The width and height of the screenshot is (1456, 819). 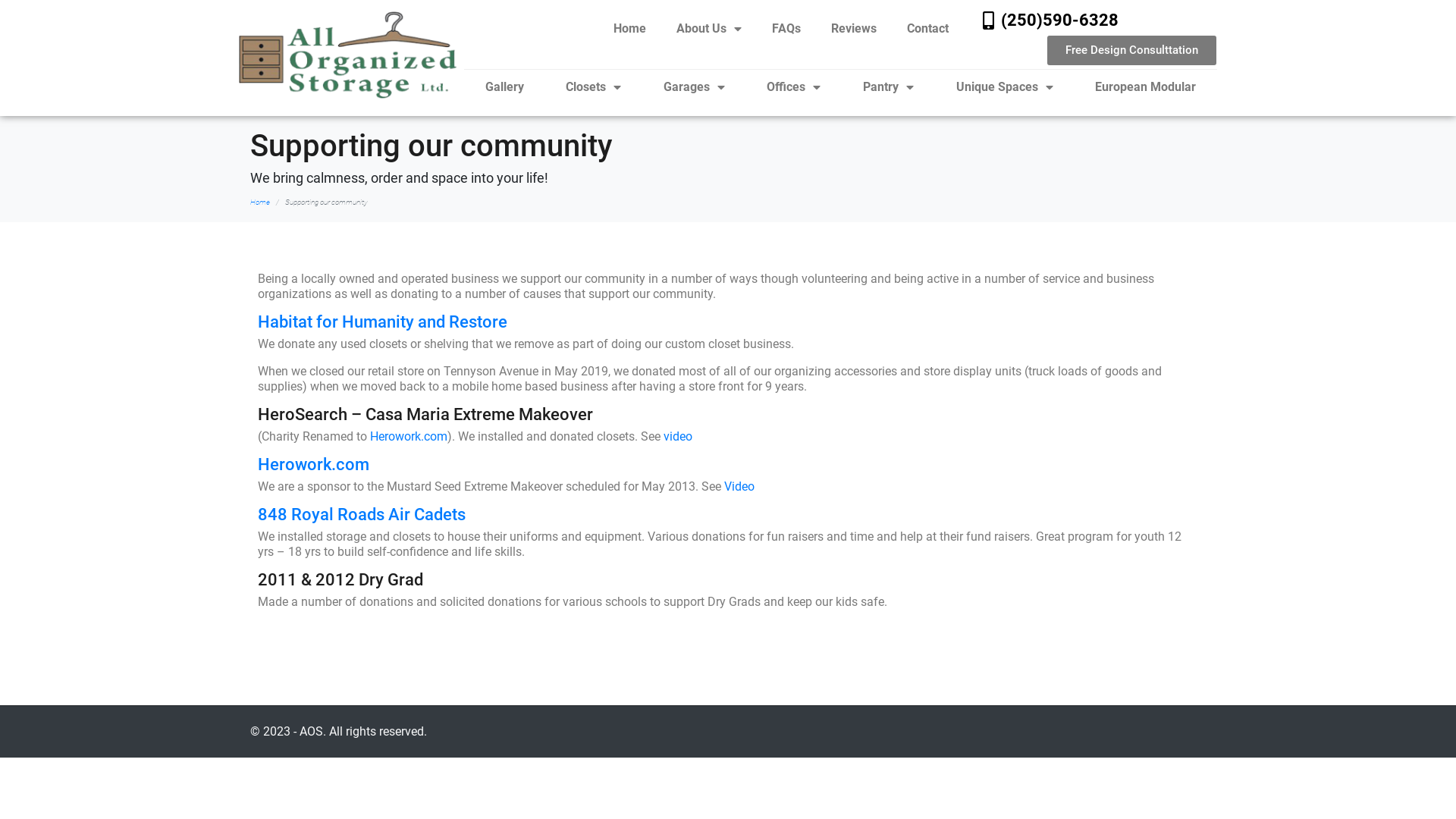 I want to click on 'FAQs', so click(x=786, y=29).